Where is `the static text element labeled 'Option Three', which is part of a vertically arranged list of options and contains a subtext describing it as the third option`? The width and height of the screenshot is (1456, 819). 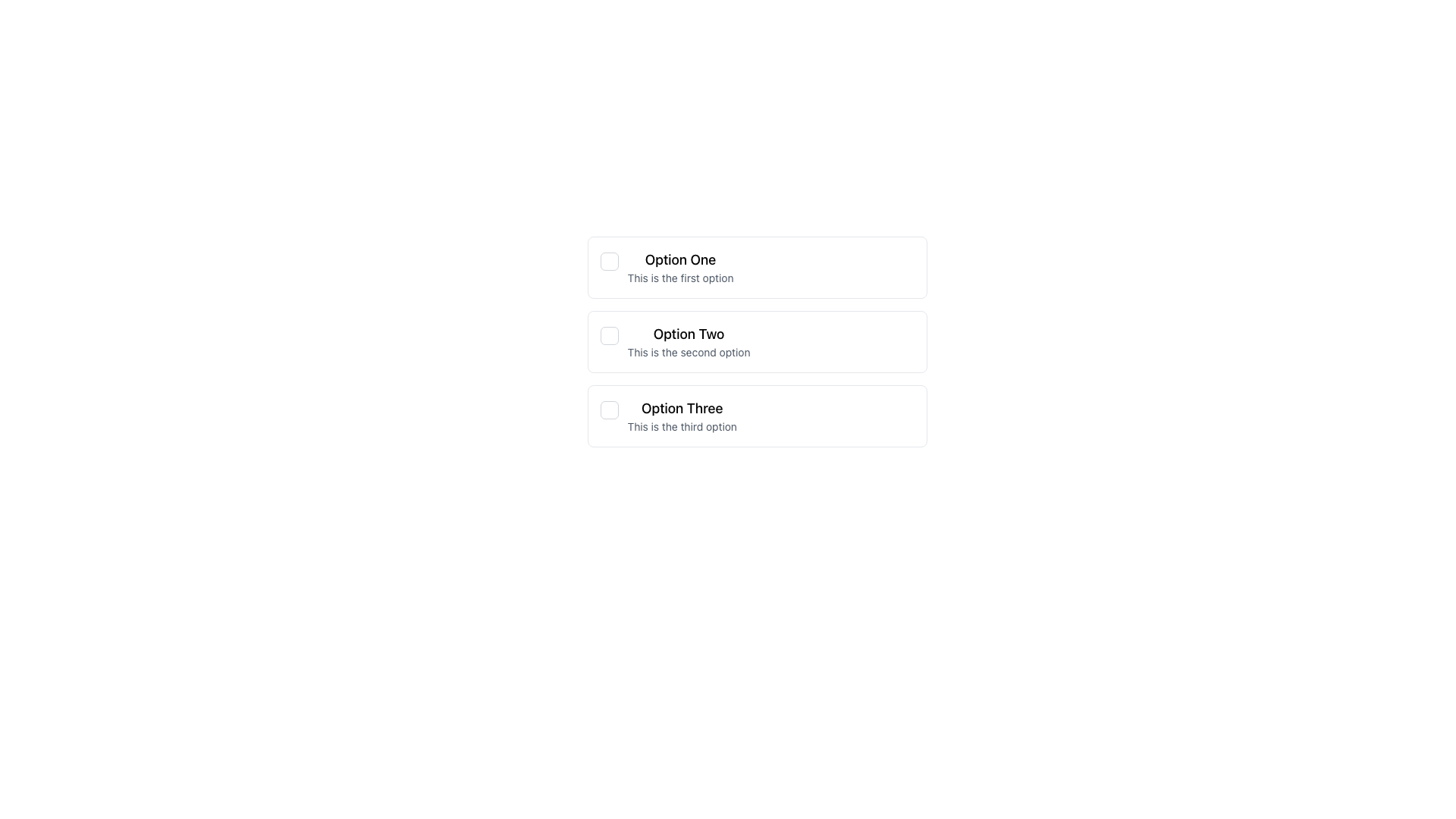
the static text element labeled 'Option Three', which is part of a vertically arranged list of options and contains a subtext describing it as the third option is located at coordinates (681, 416).